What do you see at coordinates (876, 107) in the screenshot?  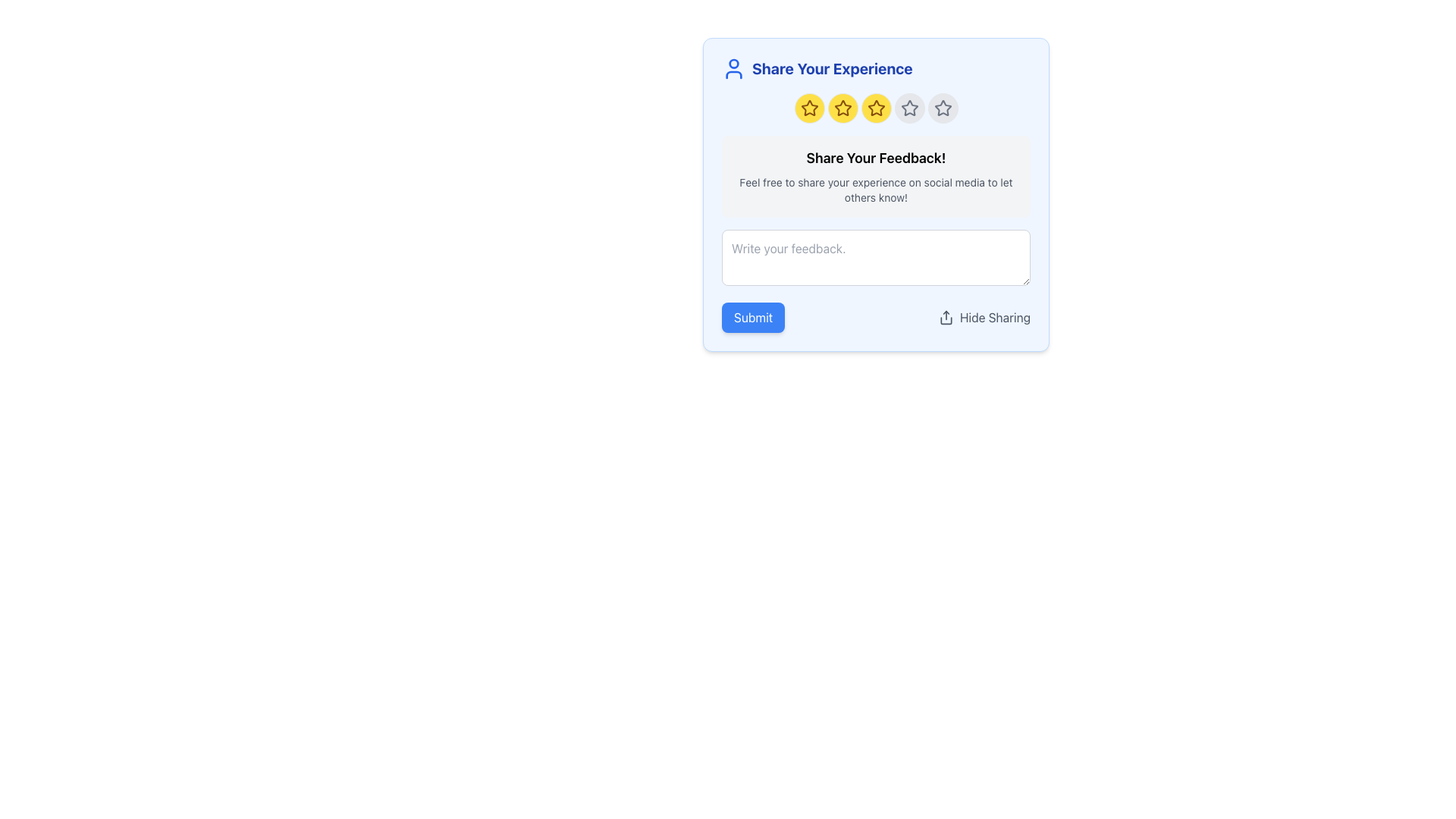 I see `the third star rating button in the 5-star rating scale` at bounding box center [876, 107].